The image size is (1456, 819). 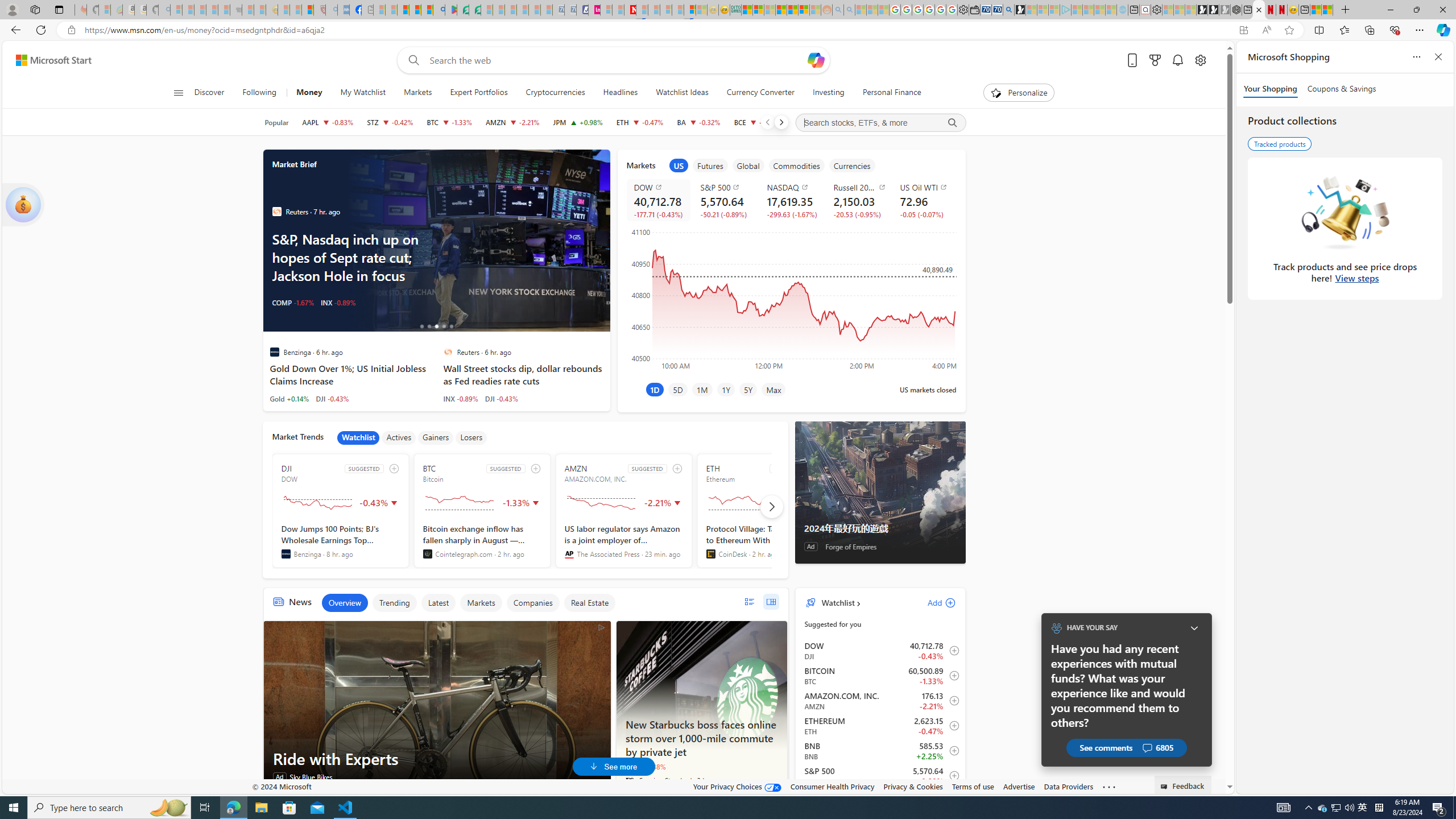 I want to click on 'AMZN SUGGESTED AMAZON.COM, INC.', so click(x=623, y=510).